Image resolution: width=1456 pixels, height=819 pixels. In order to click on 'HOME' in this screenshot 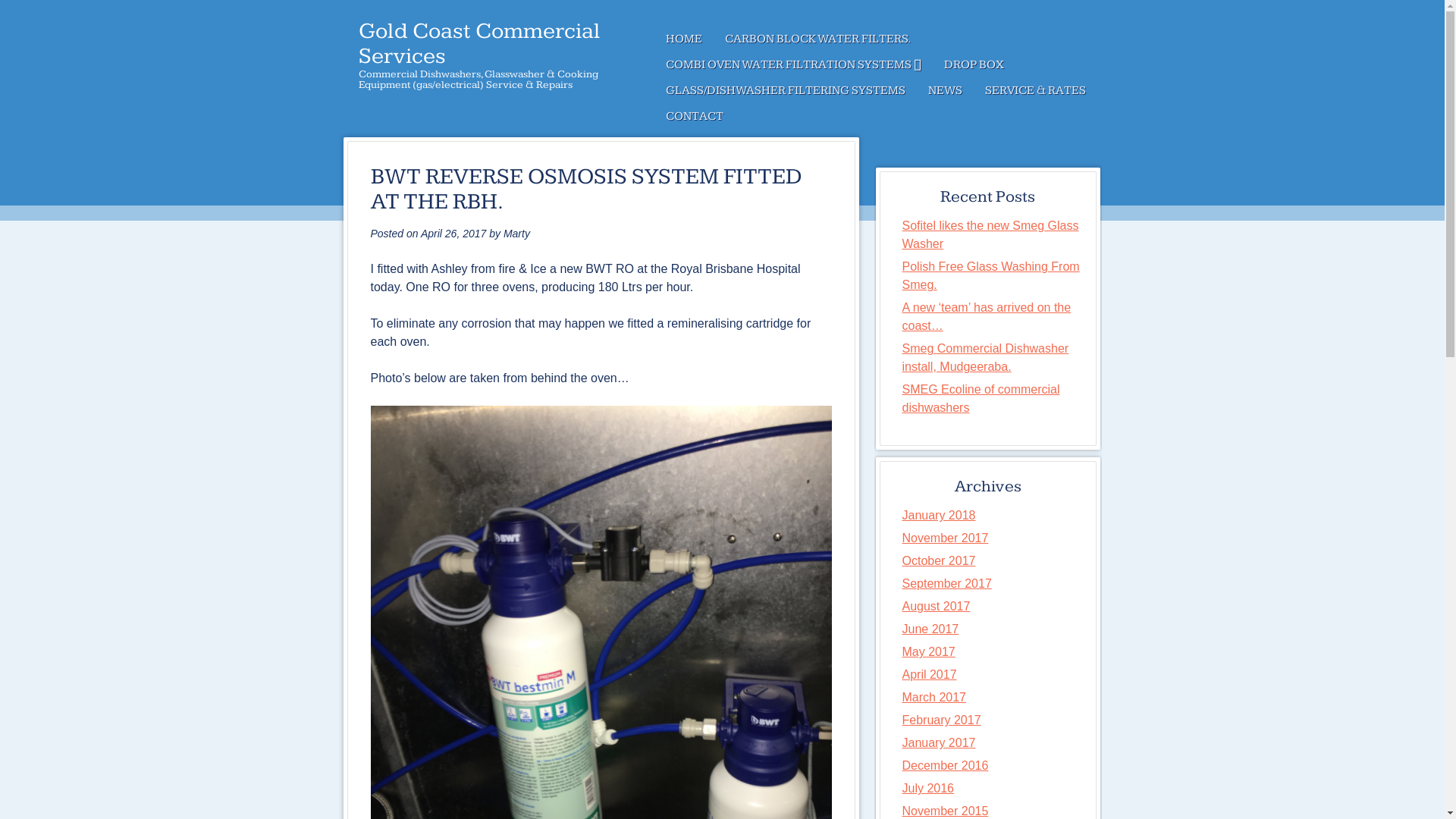, I will do `click(682, 38)`.